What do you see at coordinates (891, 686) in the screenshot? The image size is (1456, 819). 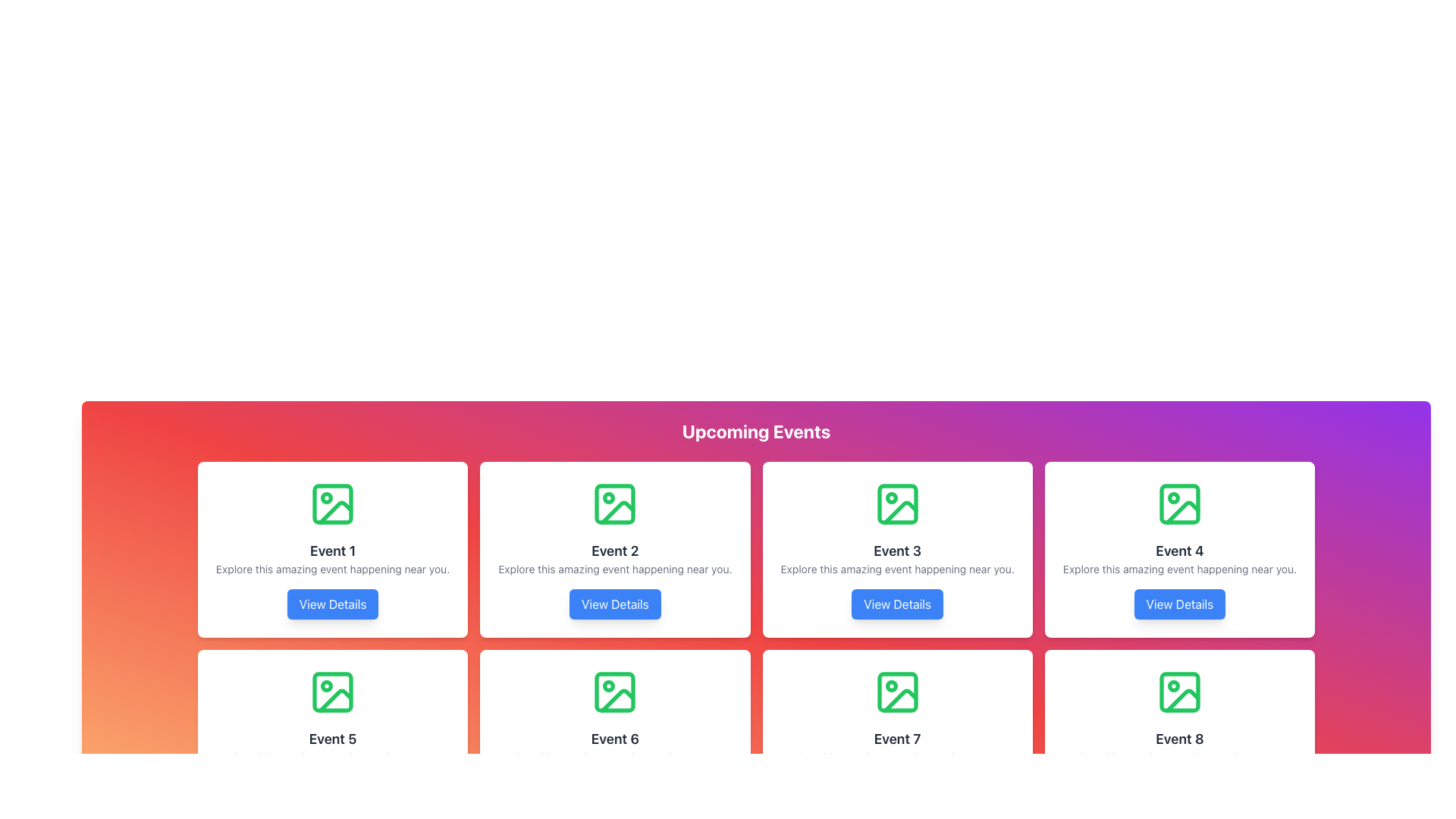 I see `the small circular graphical marker located within the image icon of 'Event 7', which features a mountainscape and sun motif, positioned near the top-left of the image's inner area` at bounding box center [891, 686].